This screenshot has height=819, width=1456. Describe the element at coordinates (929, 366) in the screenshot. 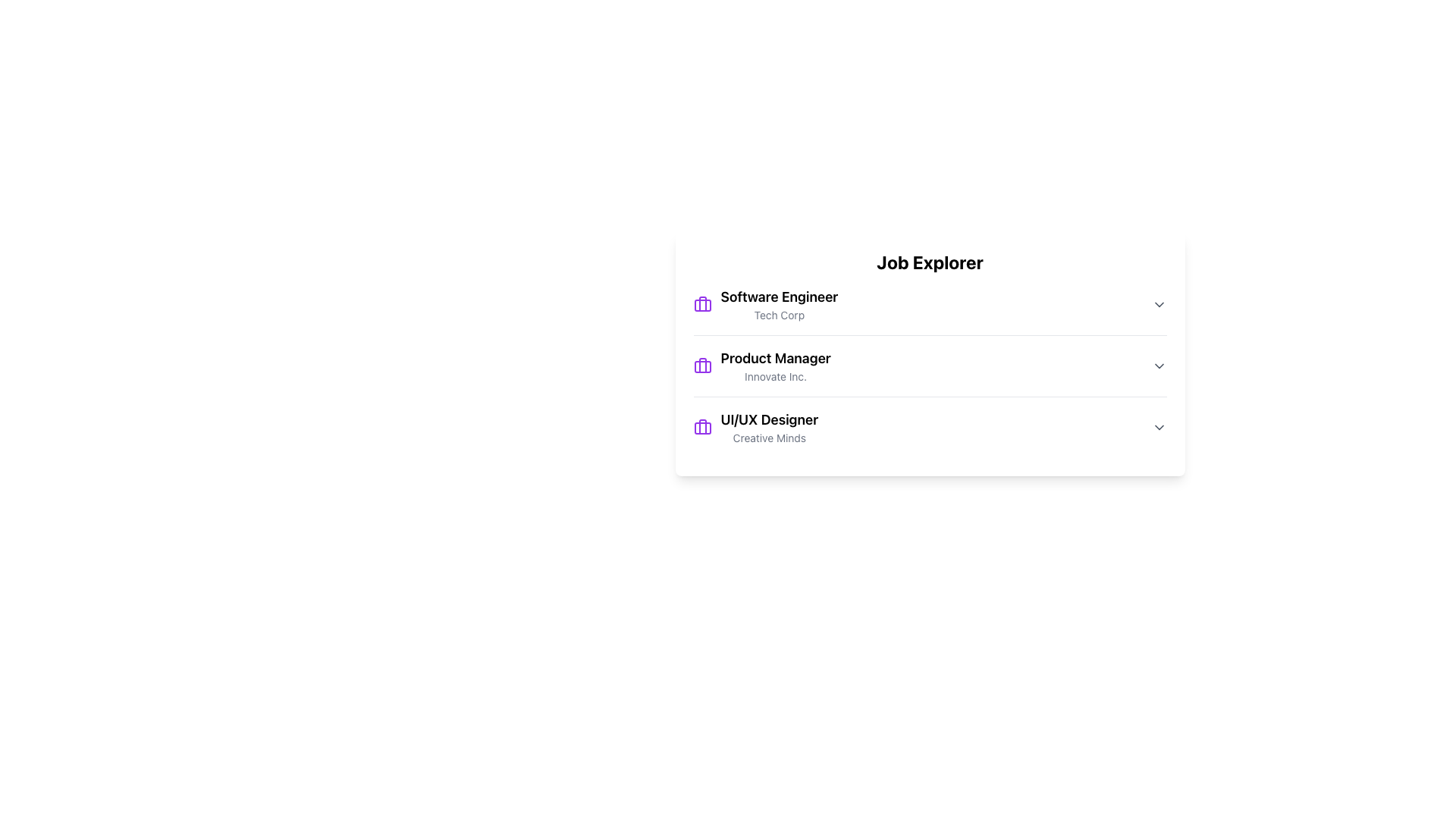

I see `the second job entry in the job listing interface` at that location.